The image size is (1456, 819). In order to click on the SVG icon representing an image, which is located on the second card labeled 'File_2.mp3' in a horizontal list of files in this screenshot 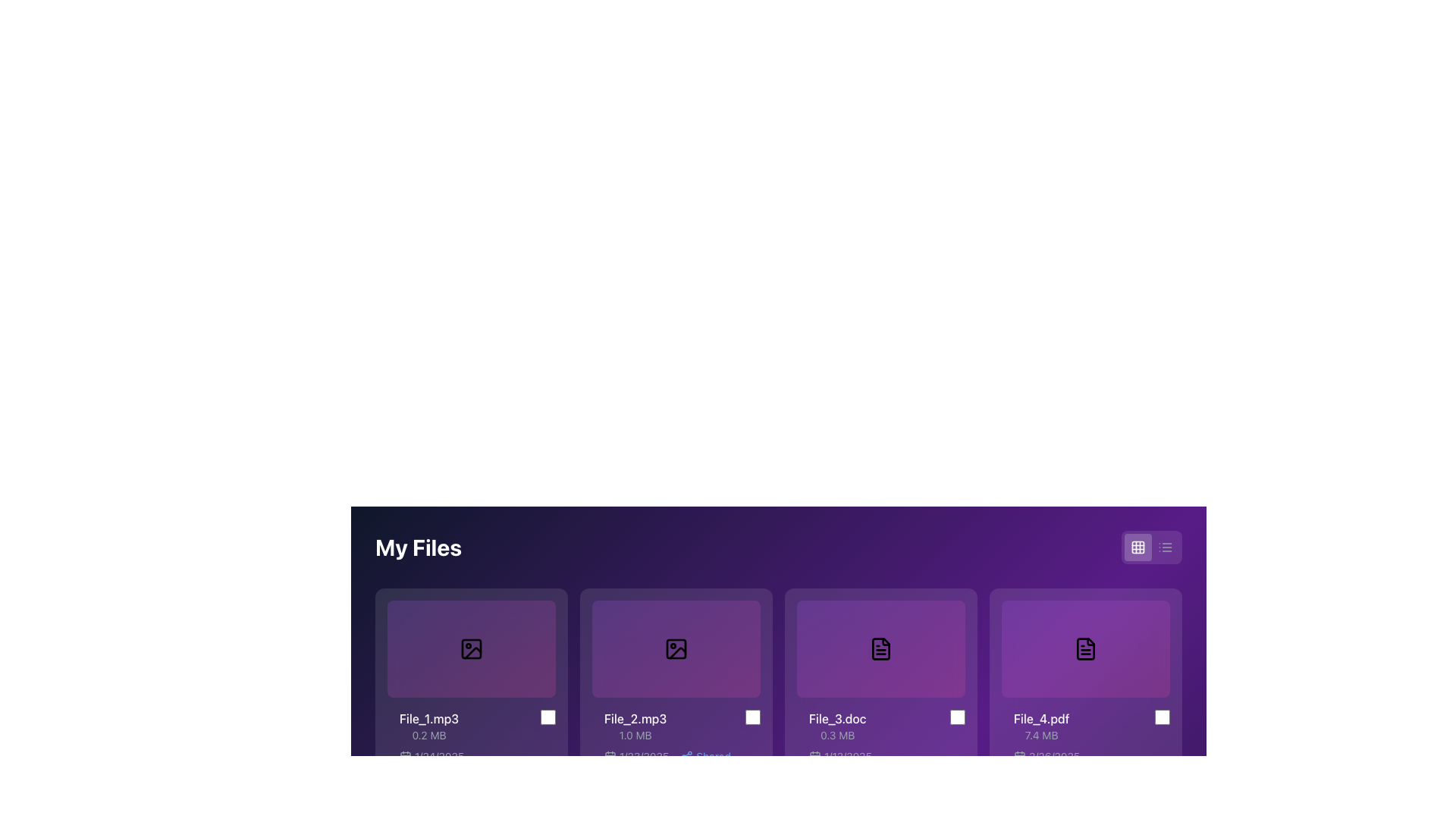, I will do `click(676, 648)`.